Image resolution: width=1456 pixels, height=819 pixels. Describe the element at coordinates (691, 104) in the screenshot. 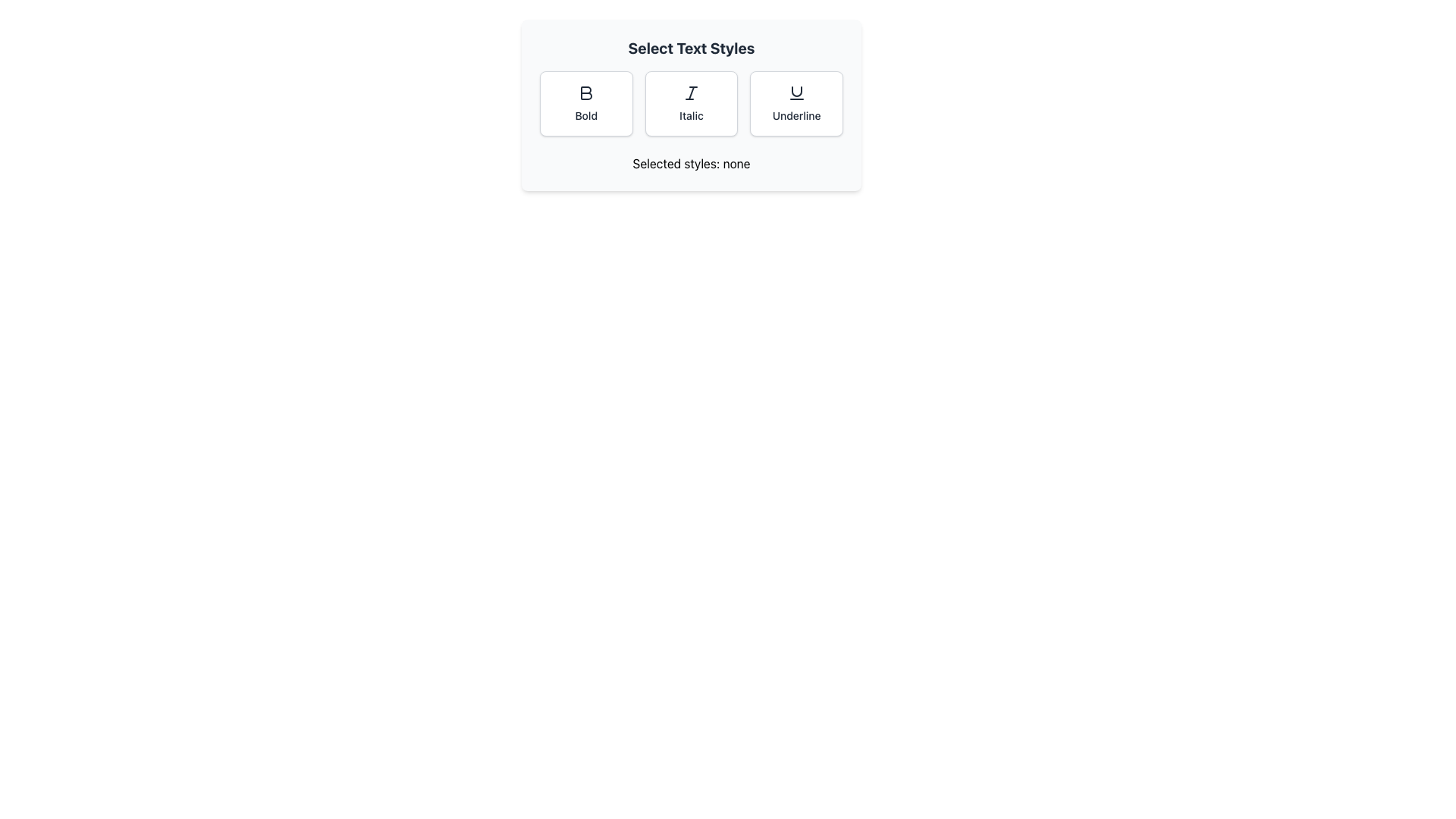

I see `the 'Italic' button, which is the second button in the grid of text style options located under 'Select Text Styles'` at that location.